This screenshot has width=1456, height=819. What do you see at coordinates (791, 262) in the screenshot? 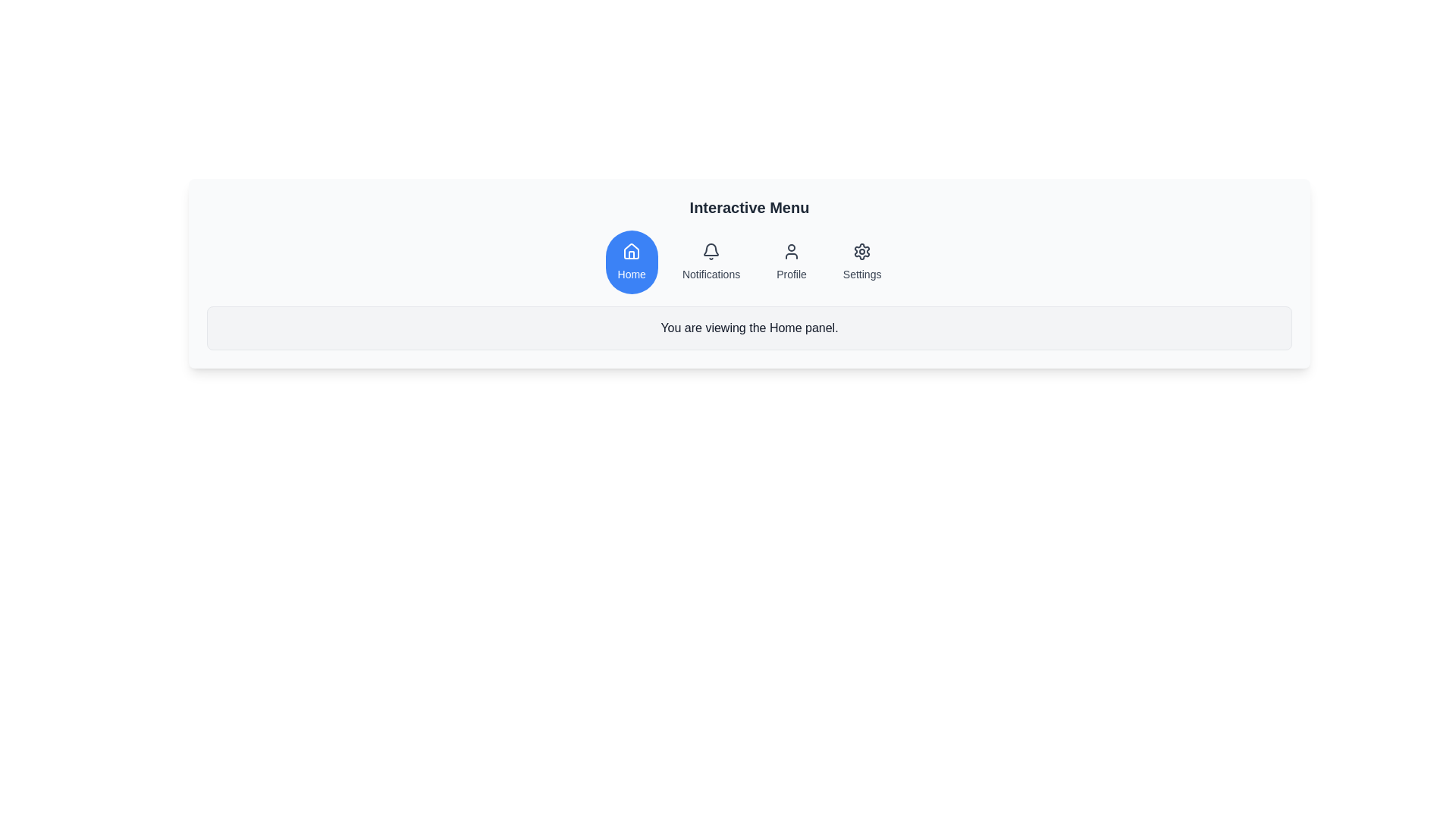
I see `the Profile button located in the third position from the left in the horizontal navigation bar` at bounding box center [791, 262].